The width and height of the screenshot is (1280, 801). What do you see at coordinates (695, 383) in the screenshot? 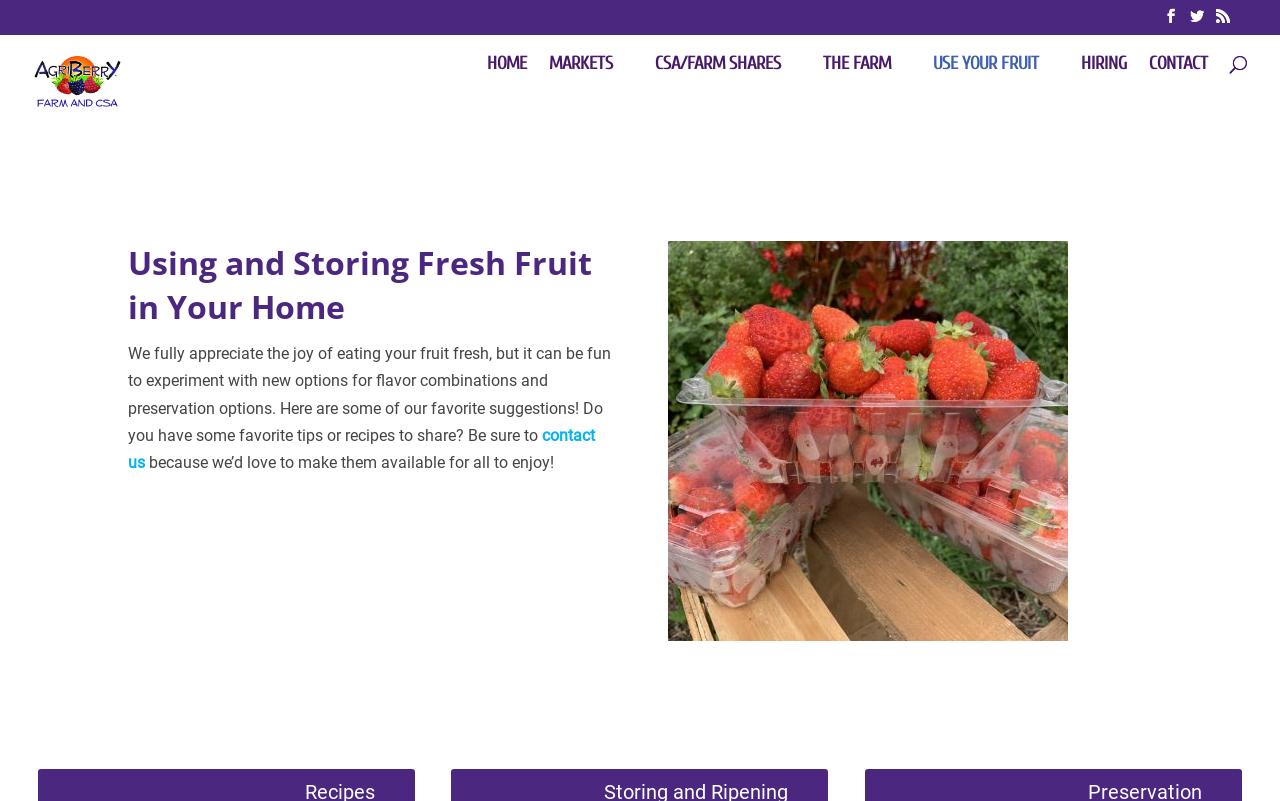
I see `'CSA/Farm Share FAQs'` at bounding box center [695, 383].